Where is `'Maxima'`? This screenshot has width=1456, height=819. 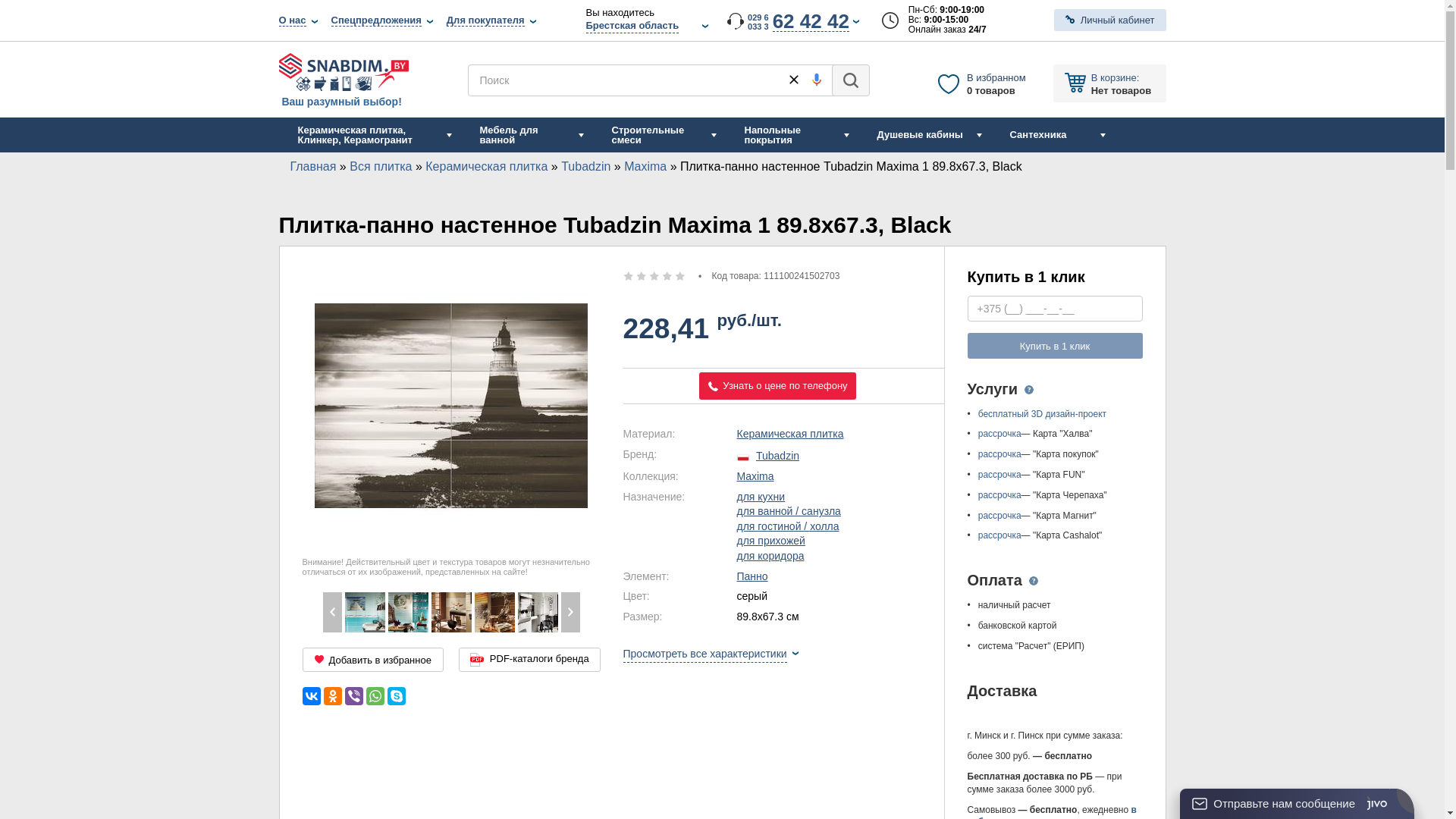
'Maxima' is located at coordinates (537, 611).